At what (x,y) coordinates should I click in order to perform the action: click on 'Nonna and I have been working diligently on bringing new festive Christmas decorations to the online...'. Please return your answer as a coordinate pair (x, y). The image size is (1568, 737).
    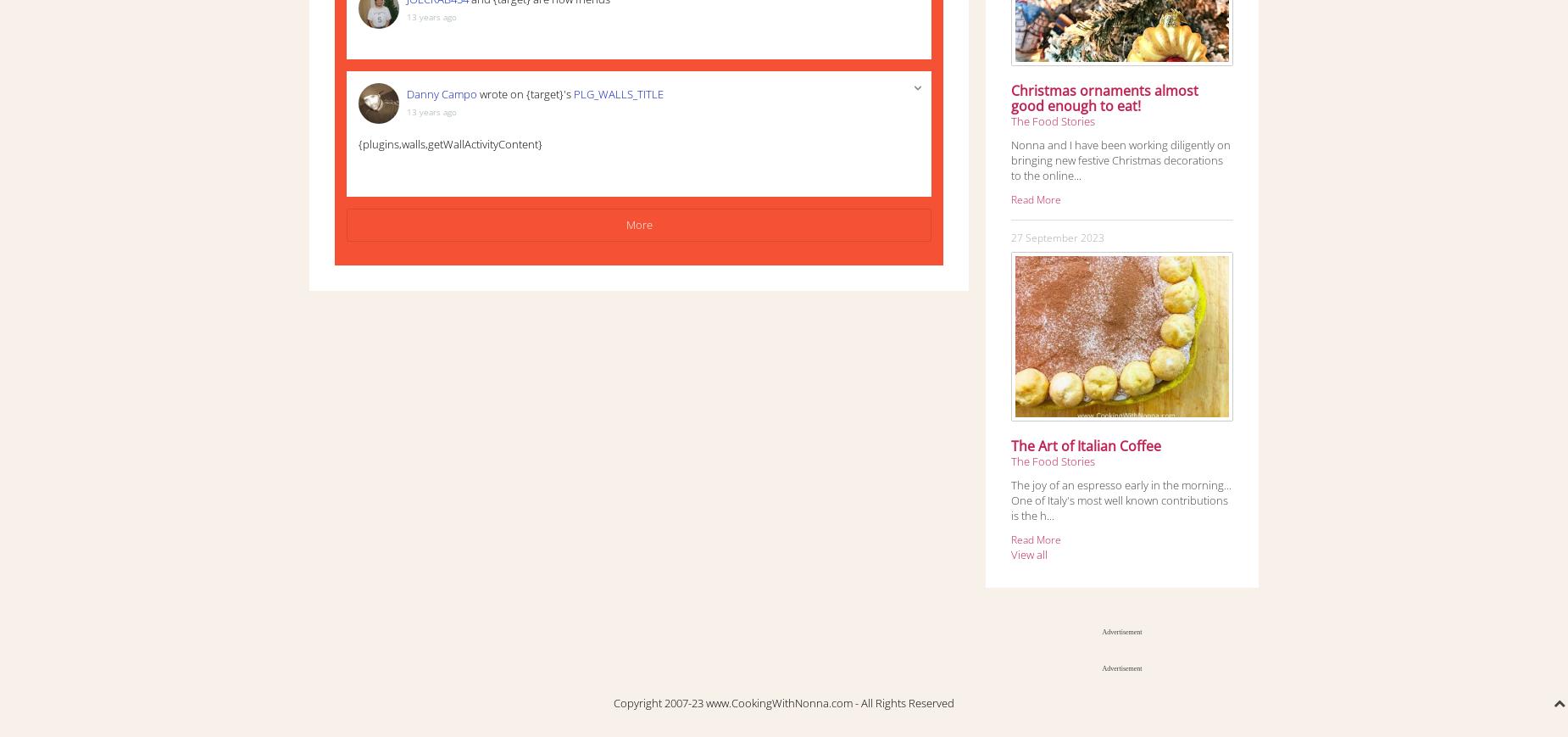
    Looking at the image, I should click on (1120, 159).